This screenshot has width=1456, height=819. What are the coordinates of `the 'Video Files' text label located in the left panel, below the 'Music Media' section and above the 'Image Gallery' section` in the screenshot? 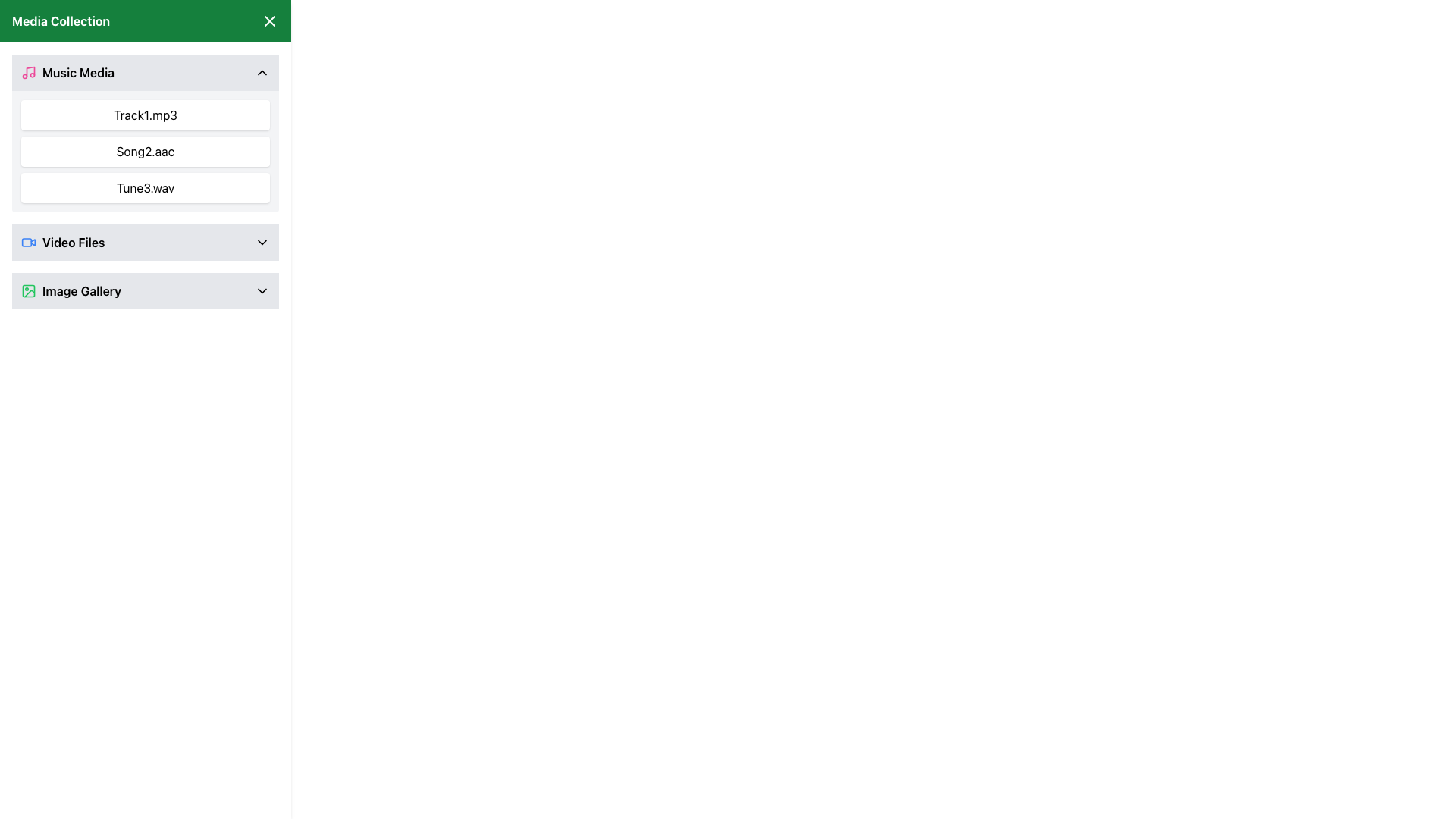 It's located at (73, 242).